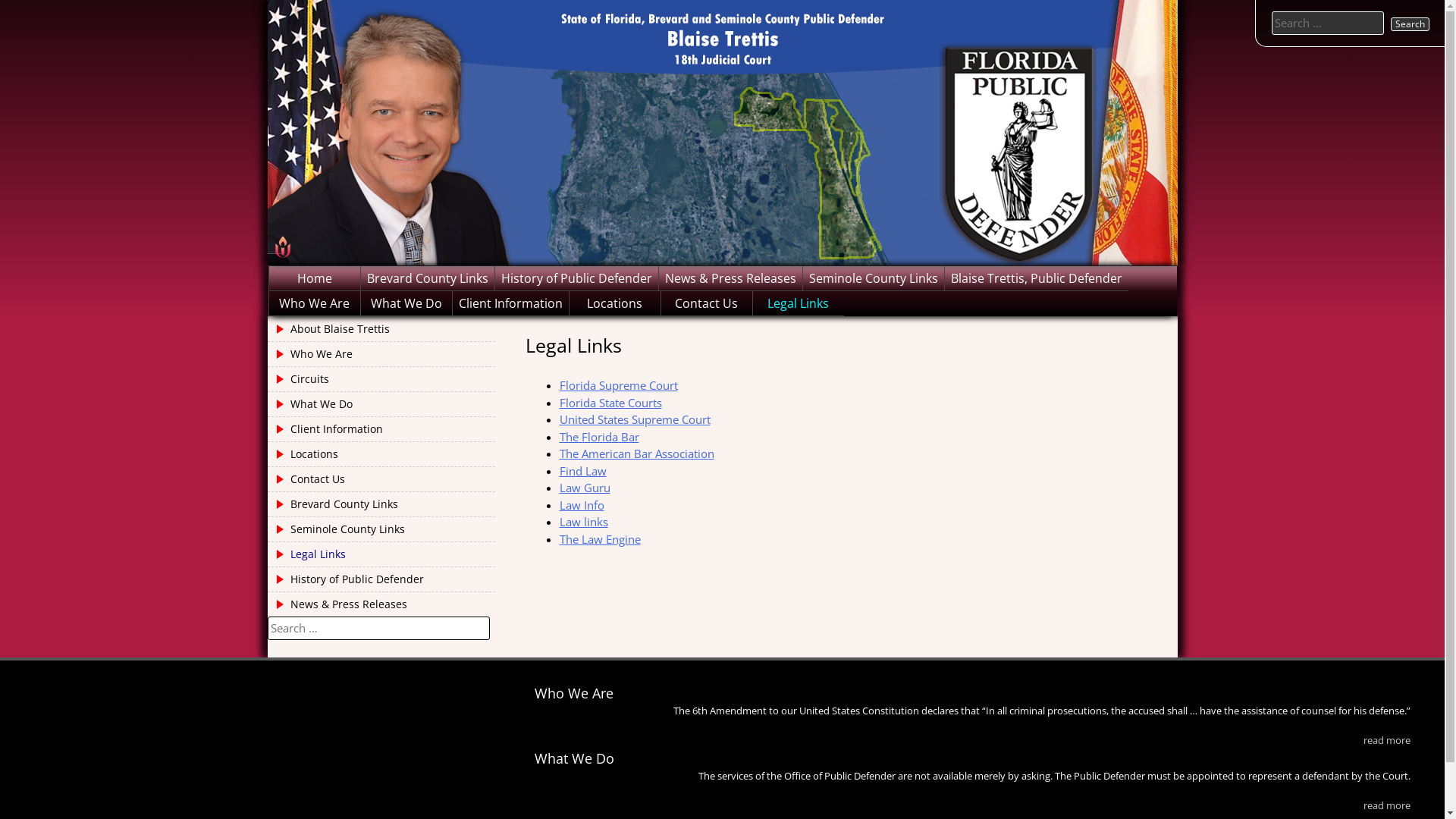 This screenshot has width=1456, height=819. I want to click on 'Home', so click(312, 278).